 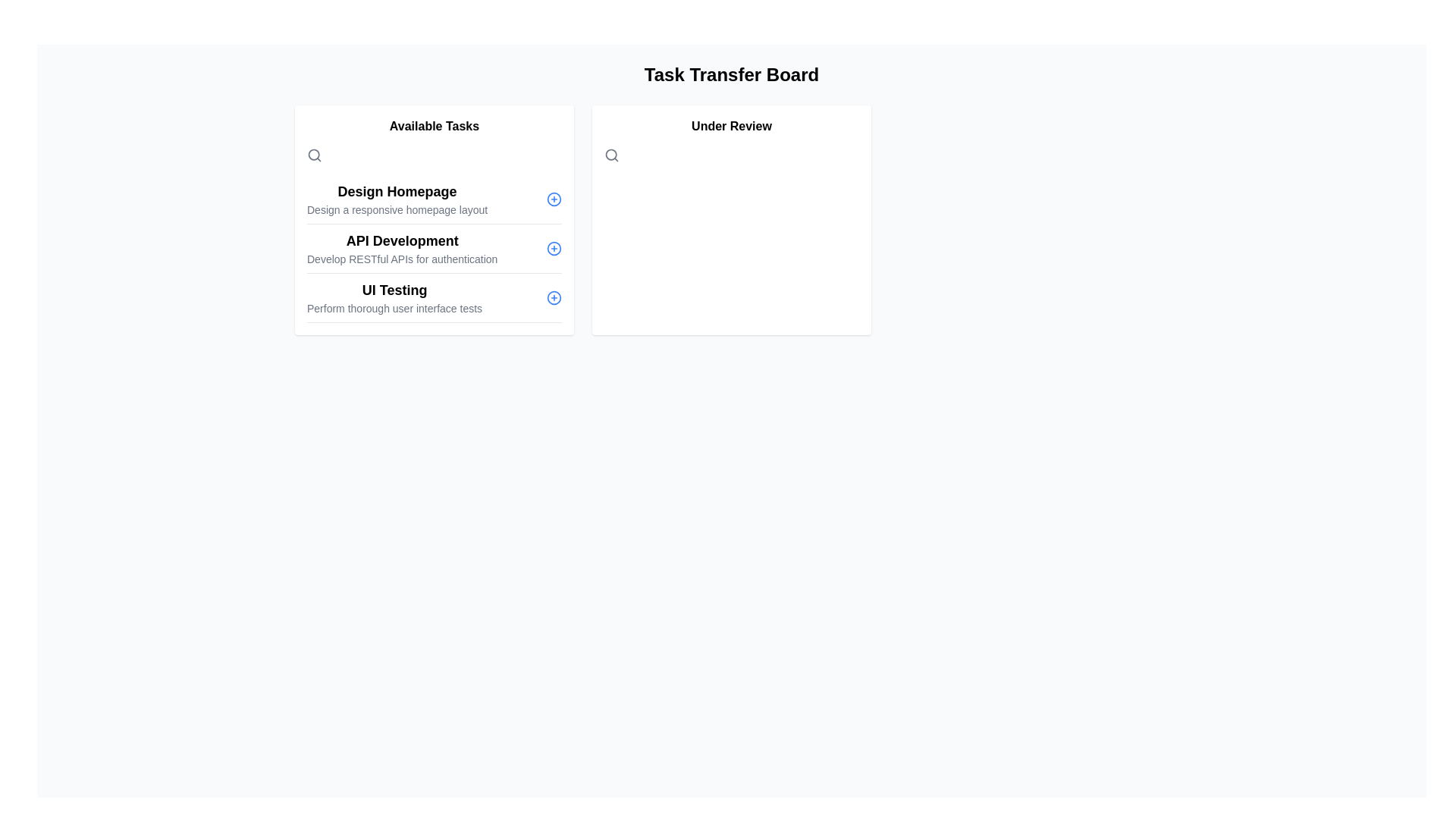 I want to click on the static text block reading 'Perform thorough user interface tests', which is positioned below the header 'UI Testing' in the 'Available Tasks' column, so click(x=394, y=308).